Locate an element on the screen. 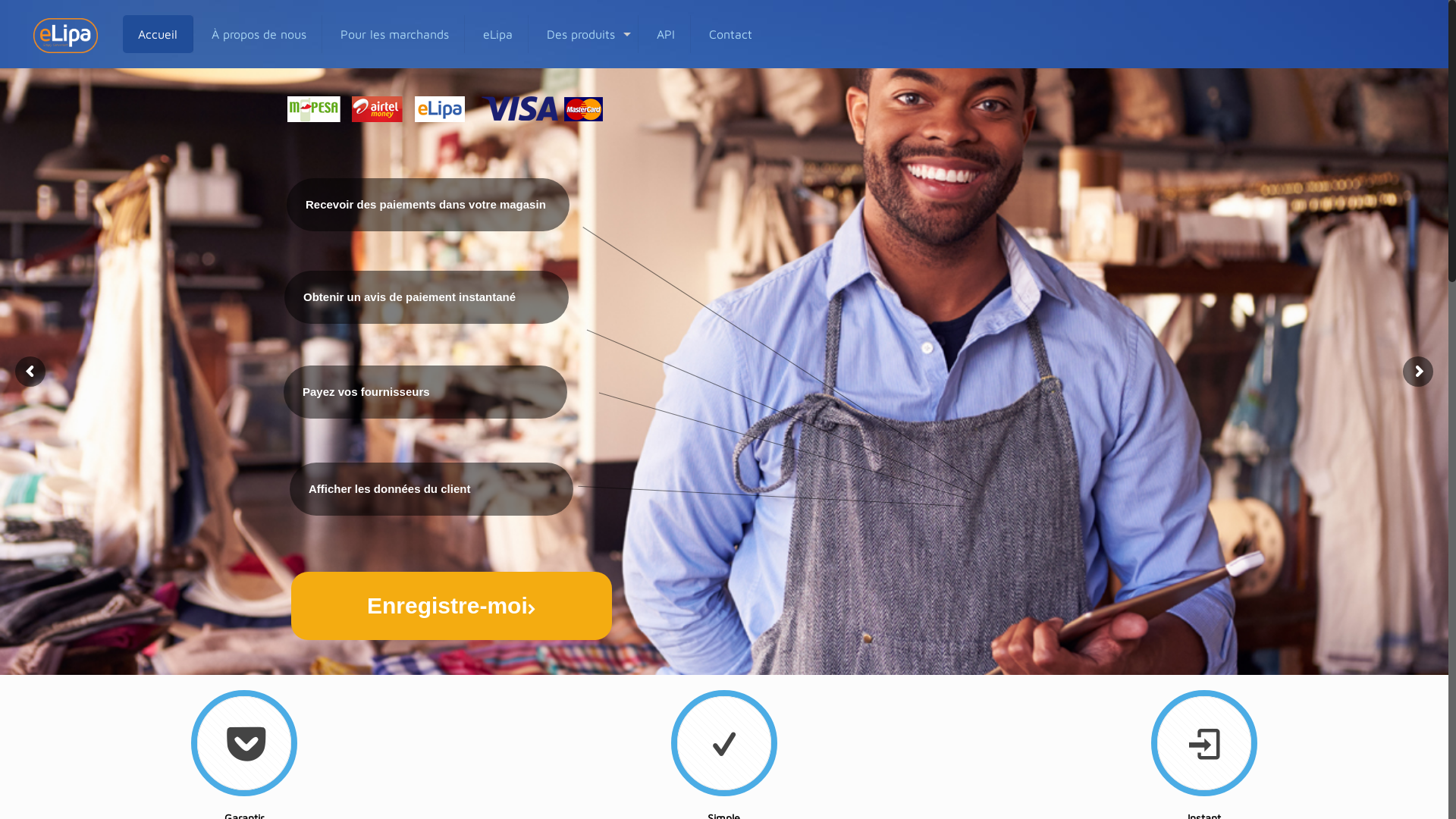  'API' is located at coordinates (666, 34).